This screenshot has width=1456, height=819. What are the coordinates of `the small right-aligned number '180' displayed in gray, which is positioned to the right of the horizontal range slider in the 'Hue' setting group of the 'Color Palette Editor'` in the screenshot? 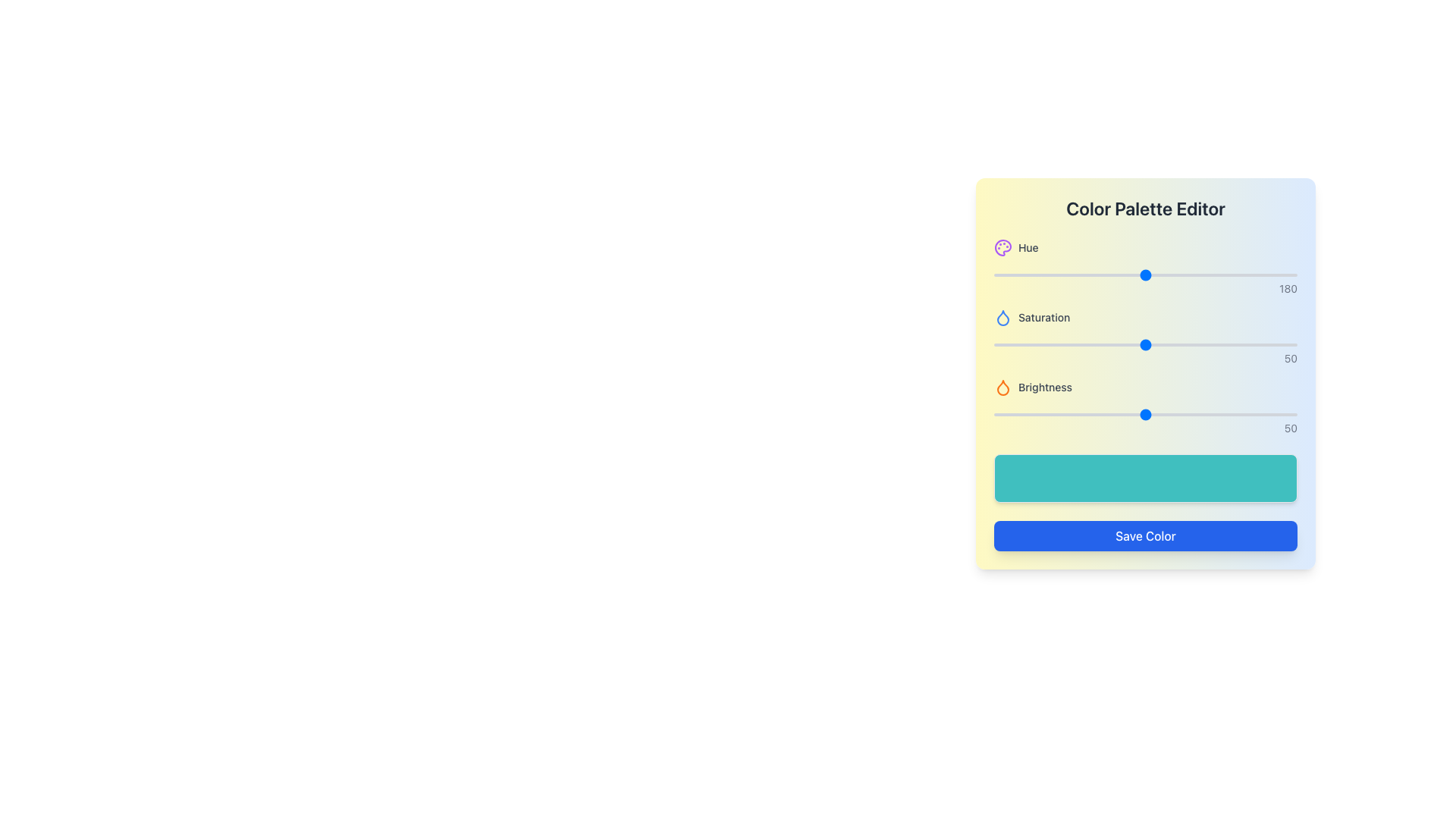 It's located at (1146, 289).